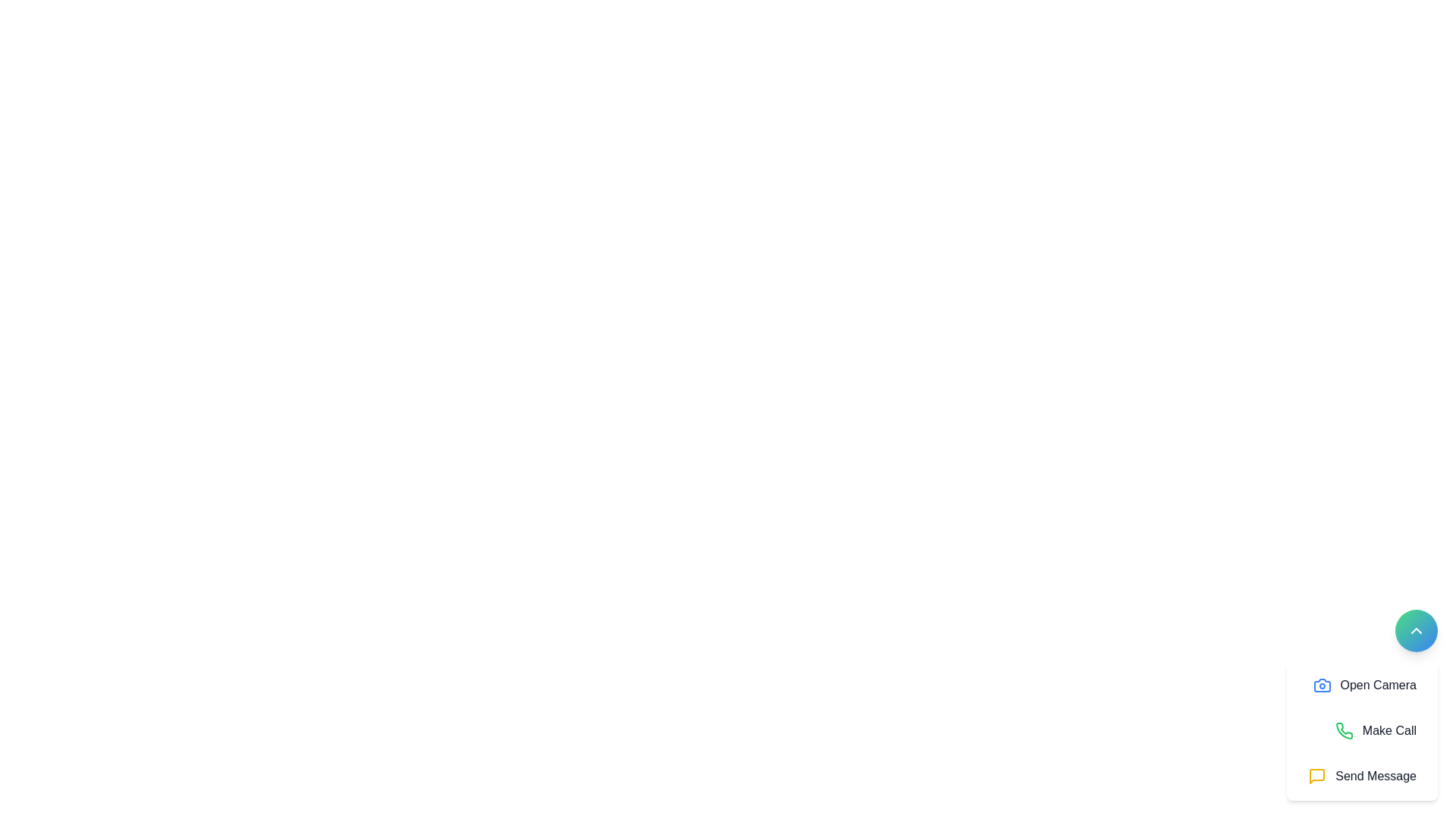 The width and height of the screenshot is (1456, 819). What do you see at coordinates (1344, 730) in the screenshot?
I see `the green phone icon in the floating menu at the bottom-right corner of the interface to initiate a phone call` at bounding box center [1344, 730].